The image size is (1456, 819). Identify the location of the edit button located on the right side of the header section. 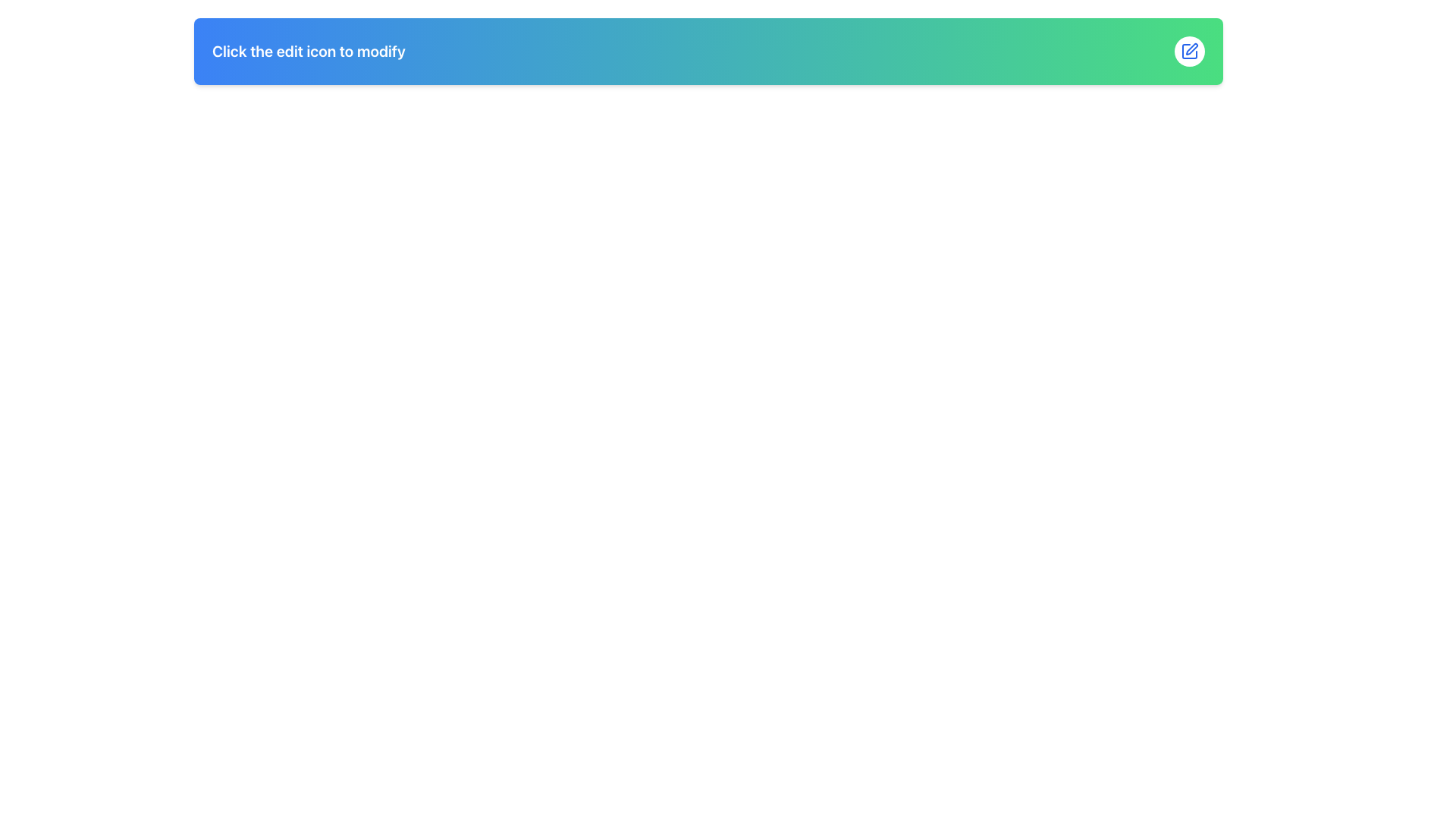
(1189, 51).